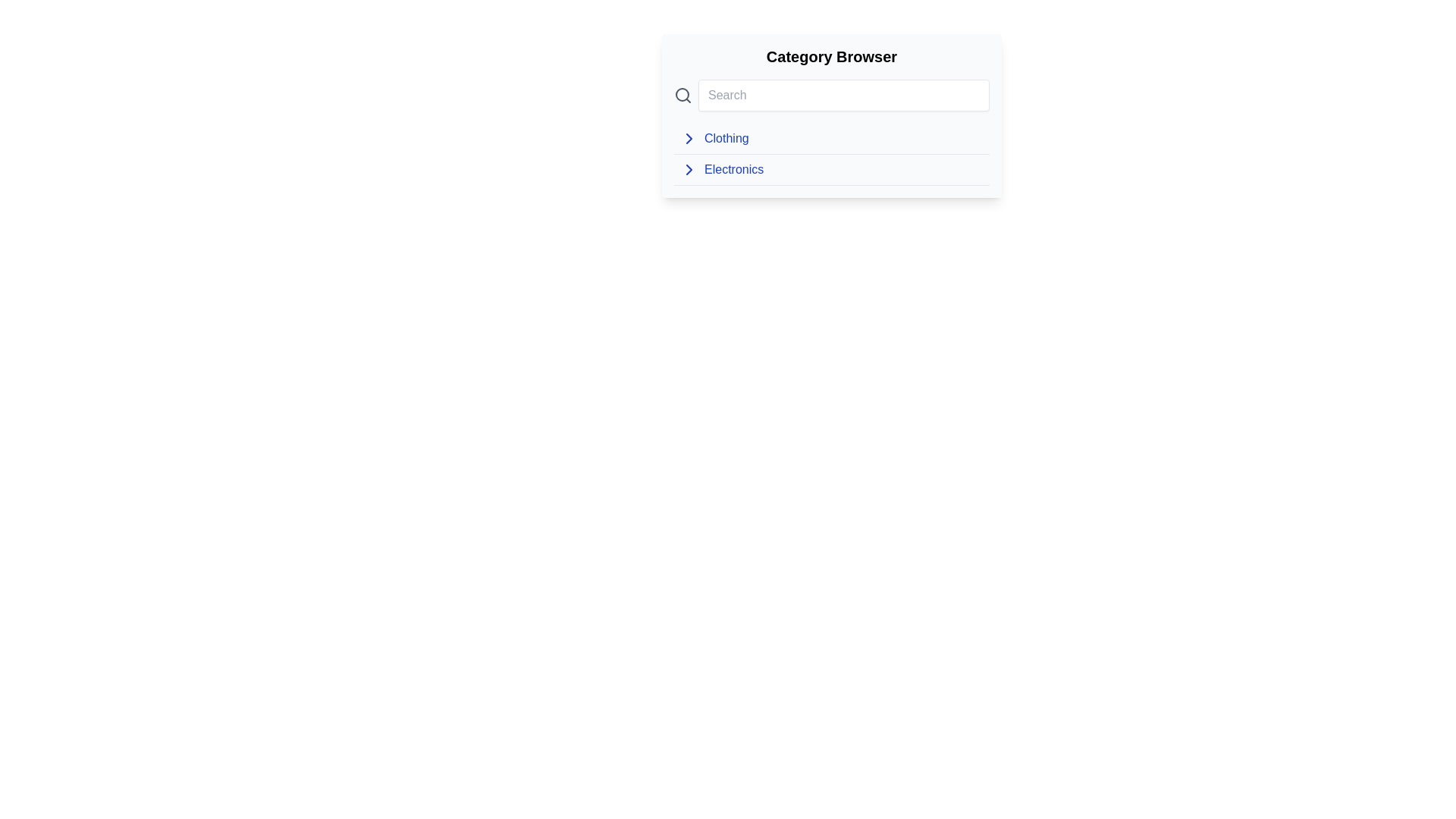  Describe the element at coordinates (734, 169) in the screenshot. I see `the 'Electronics' category text label in the Category Browser section to browse items or expand subcategories` at that location.